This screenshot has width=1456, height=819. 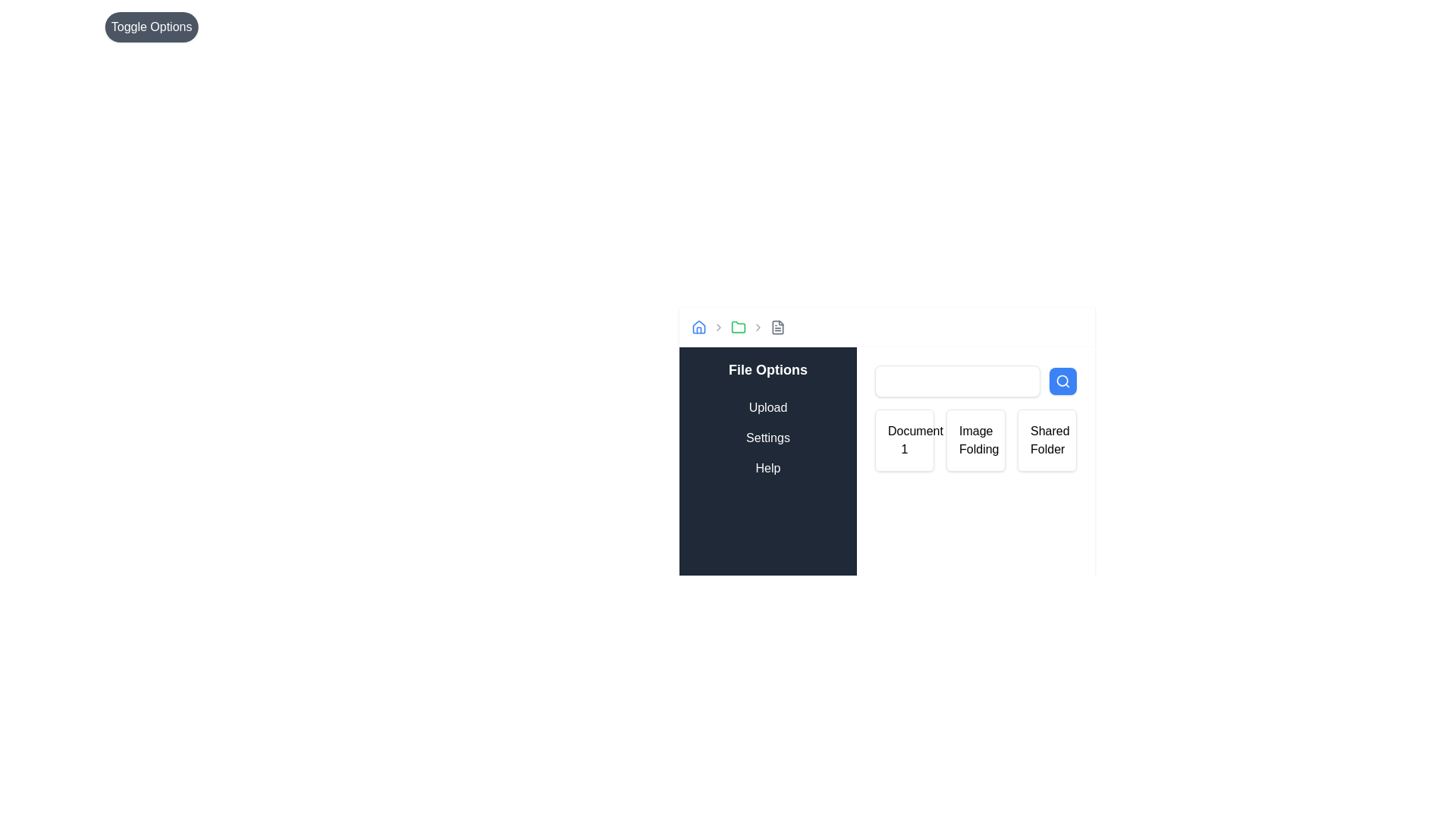 What do you see at coordinates (1062, 380) in the screenshot?
I see `the search icon, which visually represents the search functionality` at bounding box center [1062, 380].